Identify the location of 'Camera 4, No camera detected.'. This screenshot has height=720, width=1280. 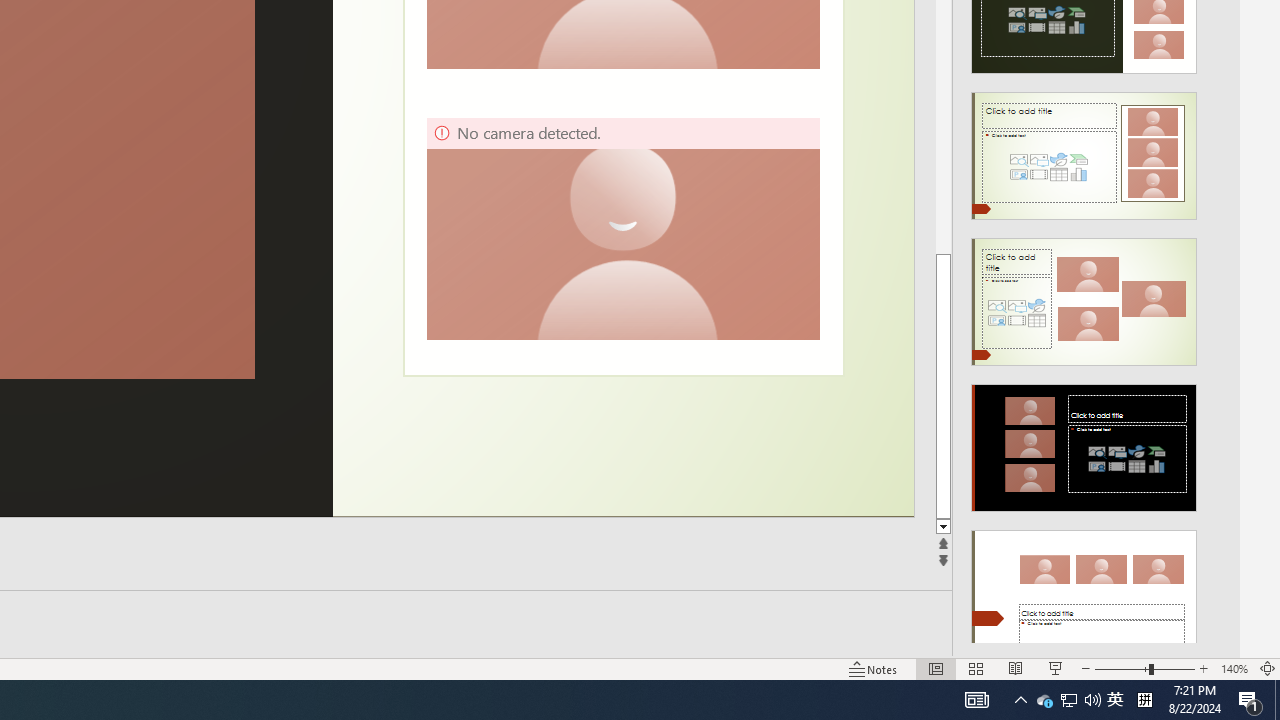
(622, 227).